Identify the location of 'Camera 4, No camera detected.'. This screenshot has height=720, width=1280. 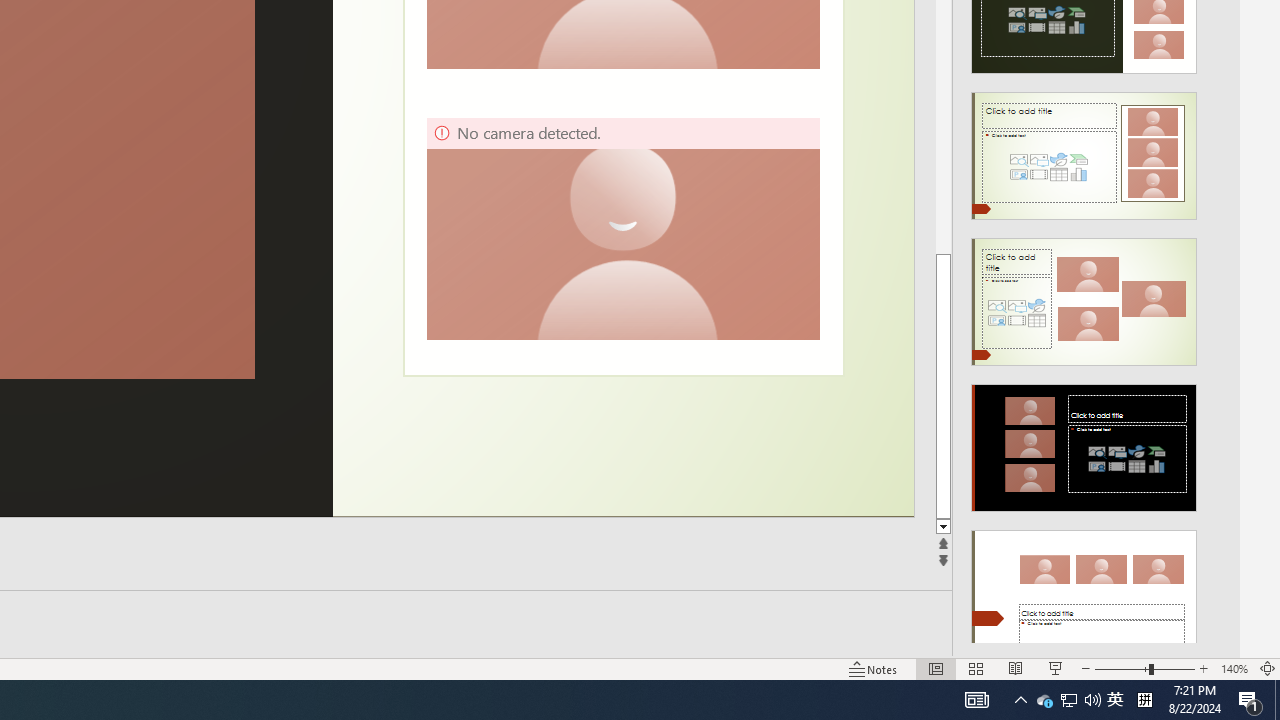
(622, 227).